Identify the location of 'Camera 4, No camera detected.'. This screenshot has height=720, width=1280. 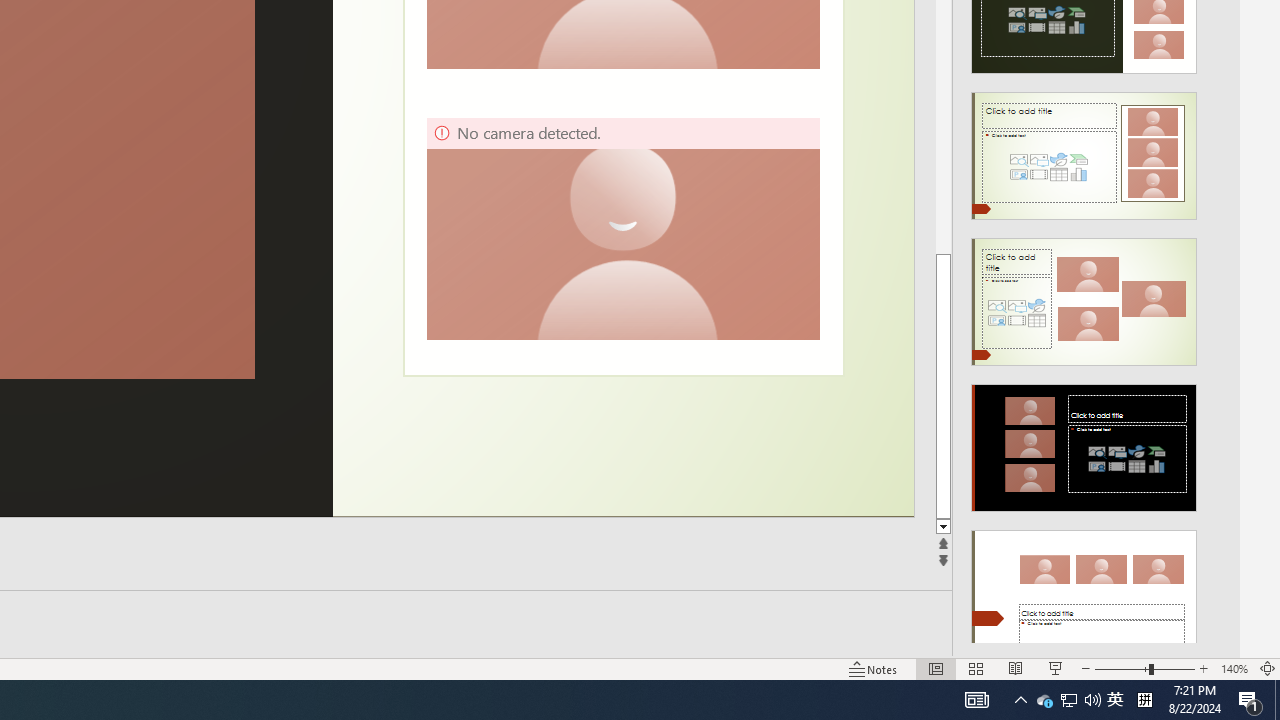
(622, 227).